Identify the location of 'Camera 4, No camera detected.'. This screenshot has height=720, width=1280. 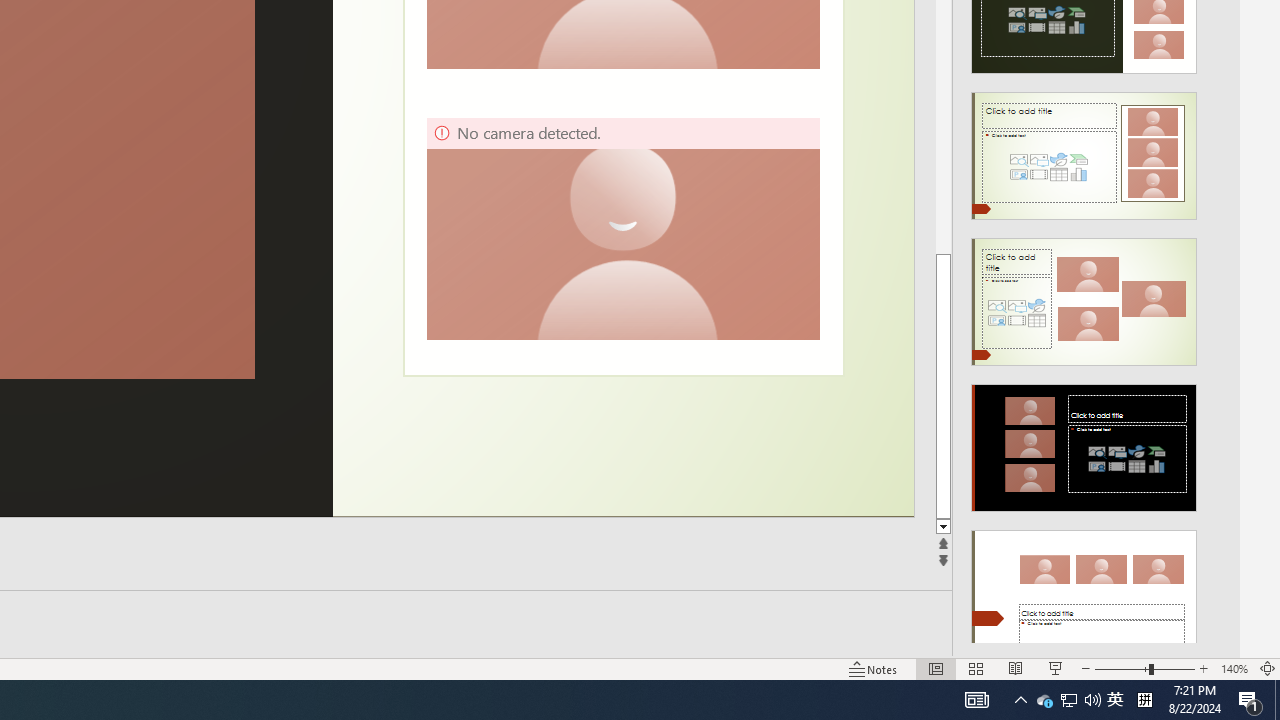
(622, 227).